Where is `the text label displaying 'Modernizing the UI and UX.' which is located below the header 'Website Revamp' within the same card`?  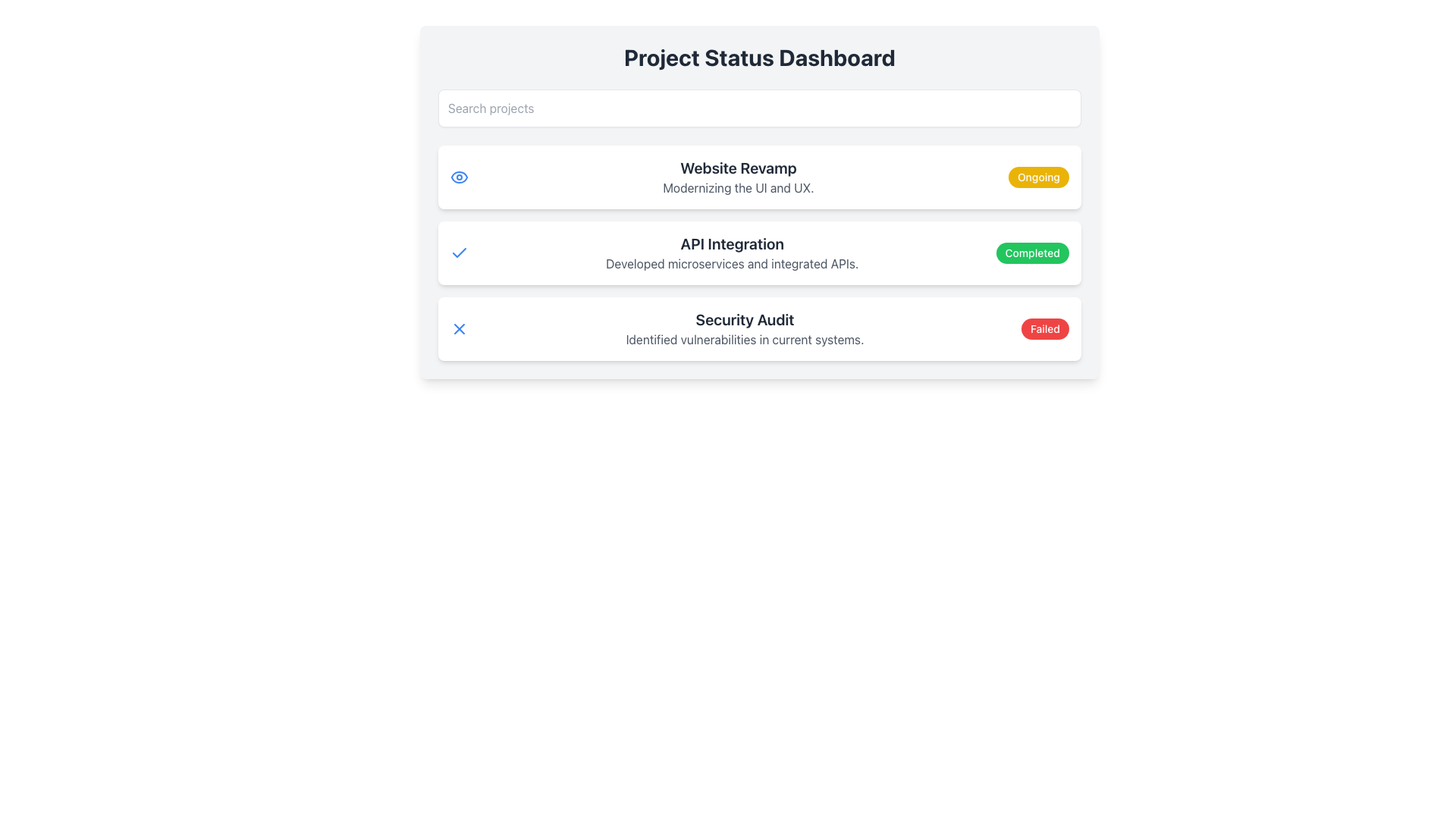
the text label displaying 'Modernizing the UI and UX.' which is located below the header 'Website Revamp' within the same card is located at coordinates (739, 187).